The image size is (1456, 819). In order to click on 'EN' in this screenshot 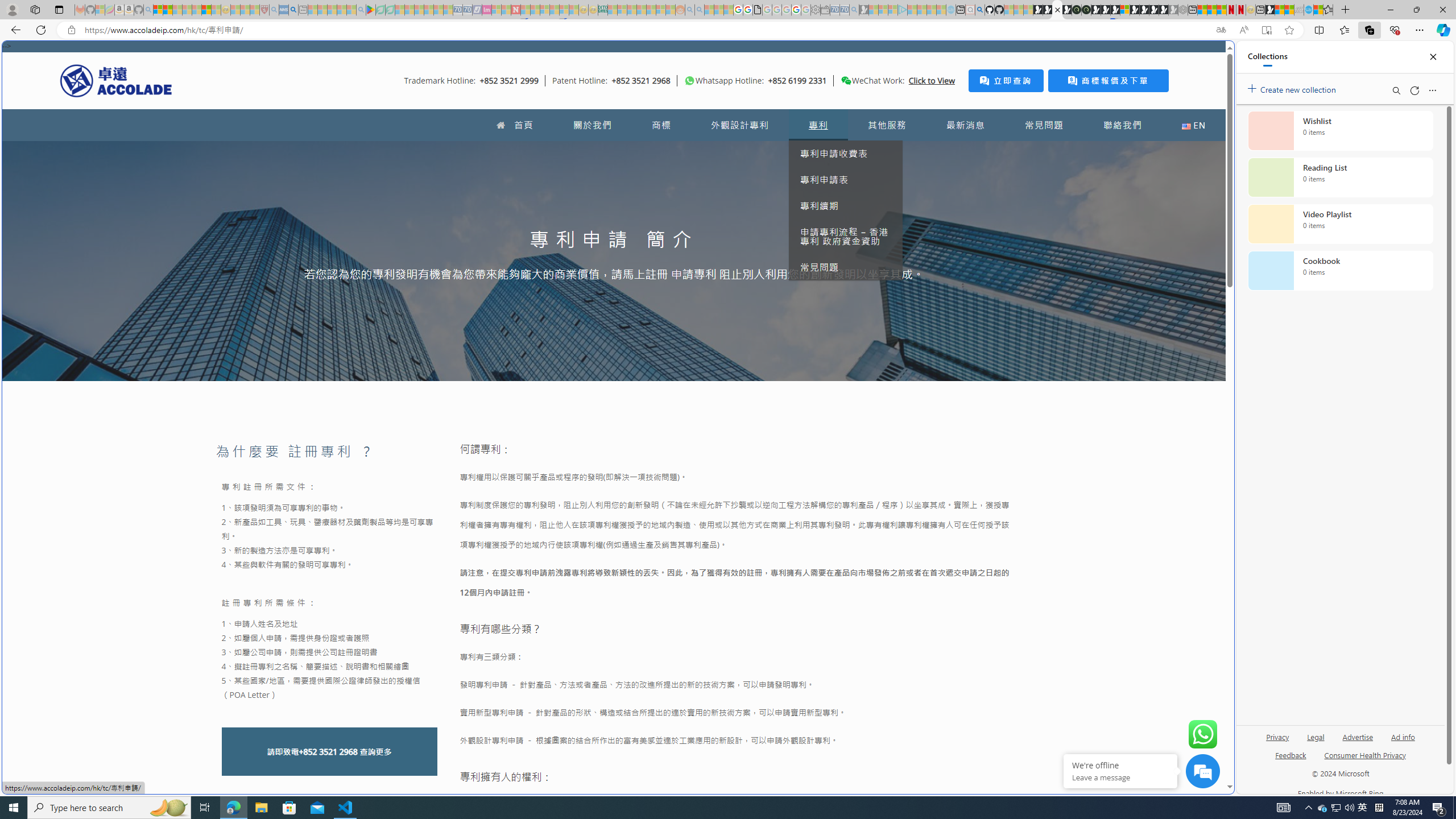, I will do `click(1194, 125)`.